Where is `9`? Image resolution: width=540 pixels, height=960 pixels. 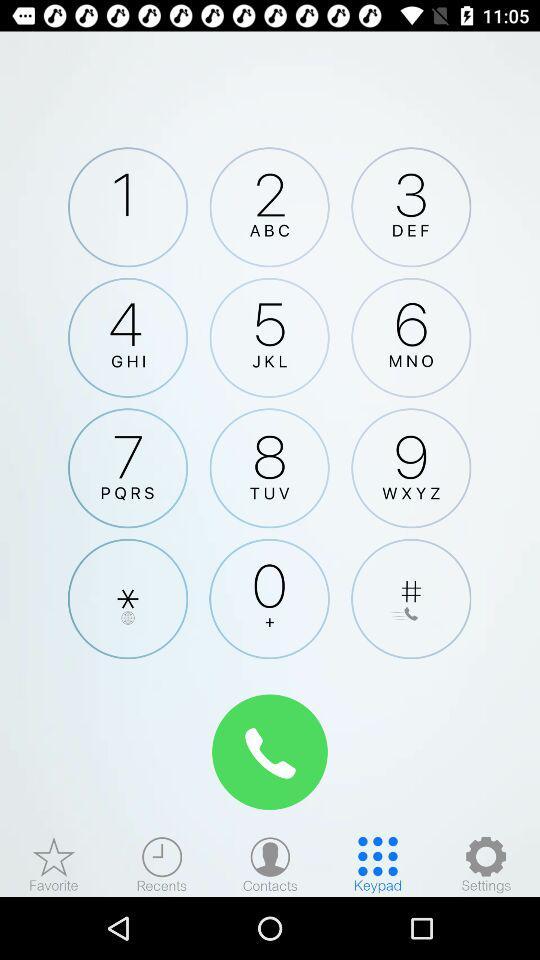
9 is located at coordinates (410, 468).